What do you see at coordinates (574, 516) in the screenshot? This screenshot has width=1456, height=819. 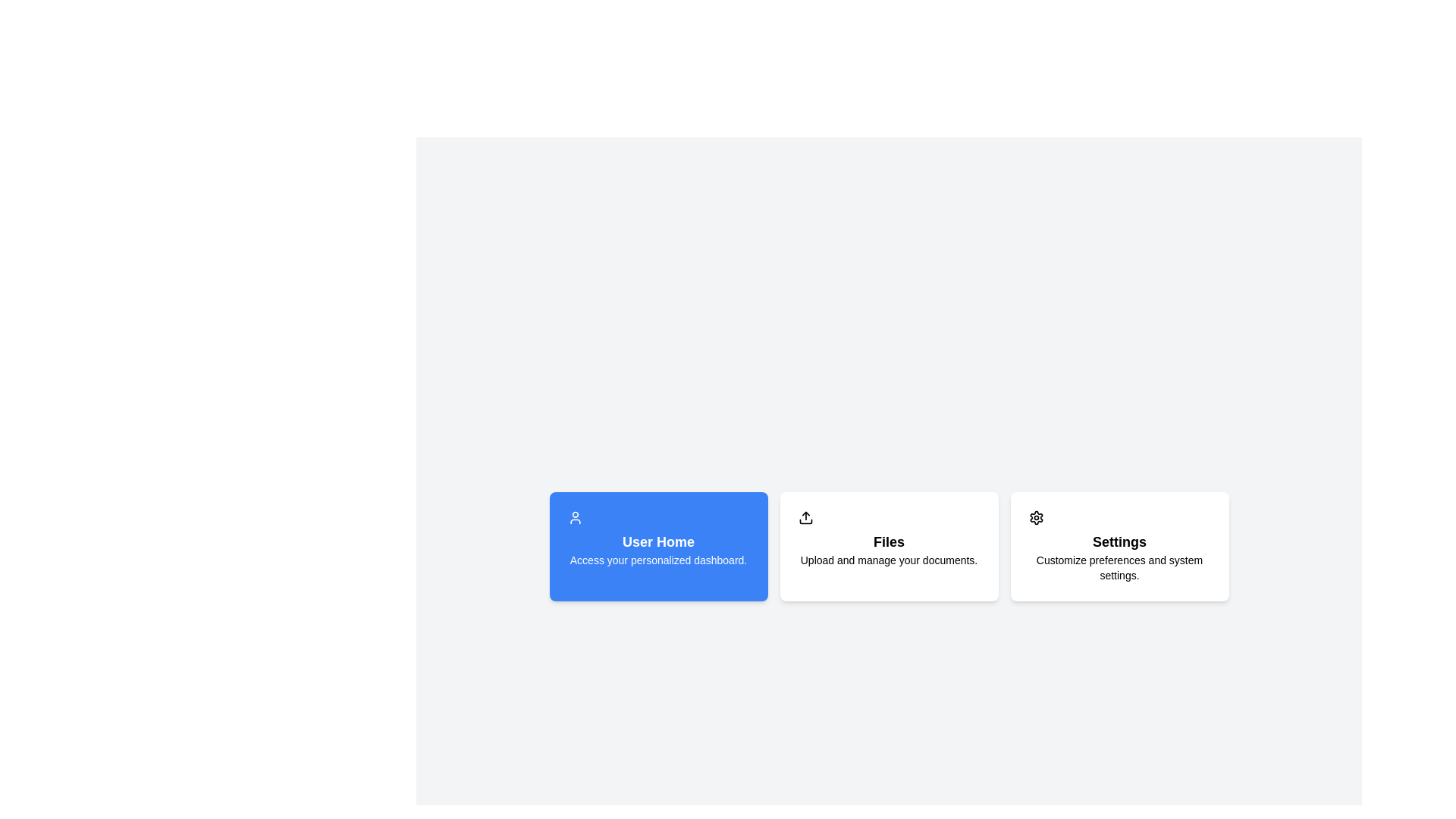 I see `the user silhouette icon located at the top-left corner of the 'User Home' button, which is styled with a white-on-blue color scheme and is part of a group of three horizontally aligned buttons` at bounding box center [574, 516].